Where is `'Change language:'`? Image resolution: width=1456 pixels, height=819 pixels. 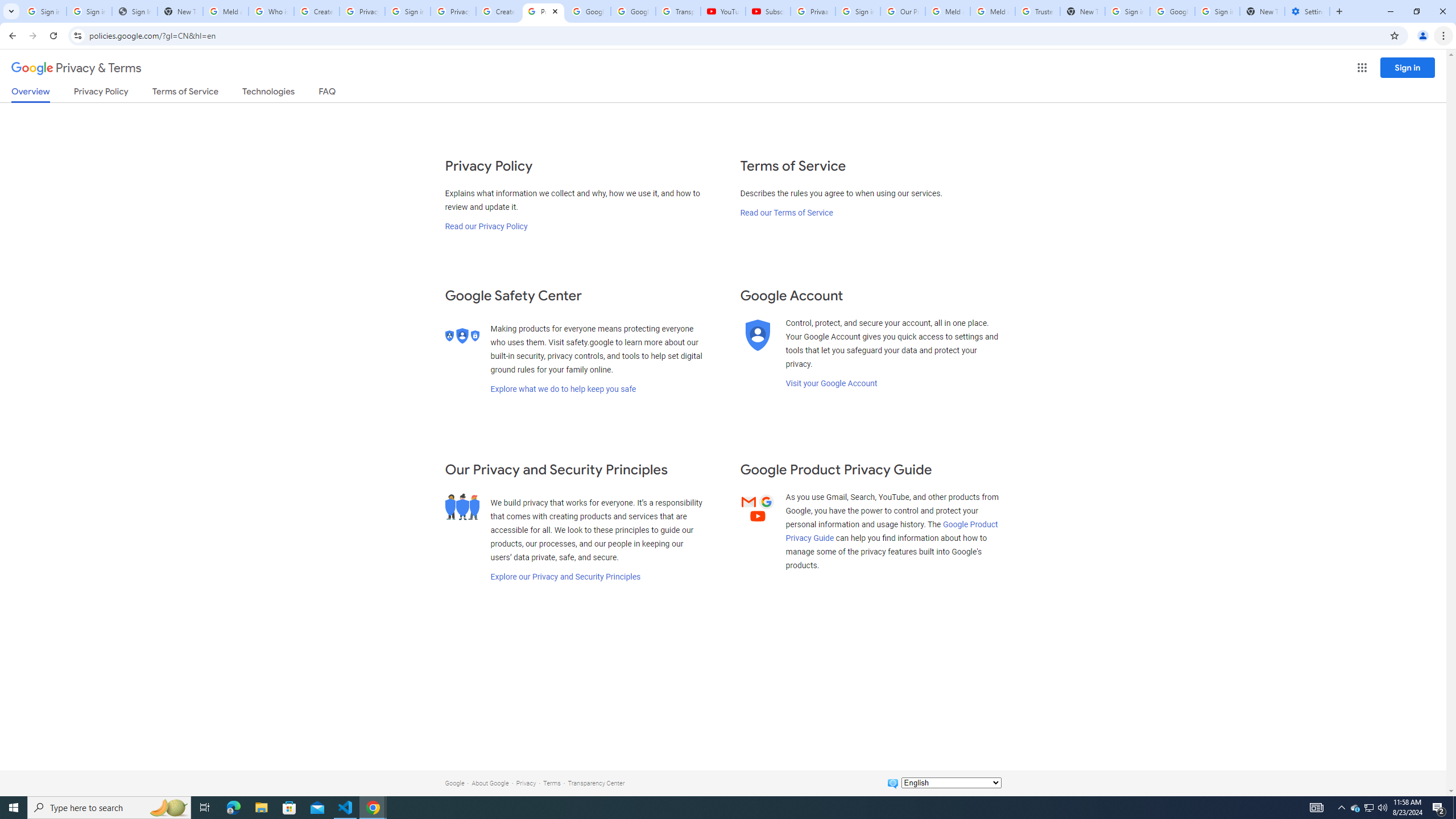
'Change language:' is located at coordinates (950, 781).